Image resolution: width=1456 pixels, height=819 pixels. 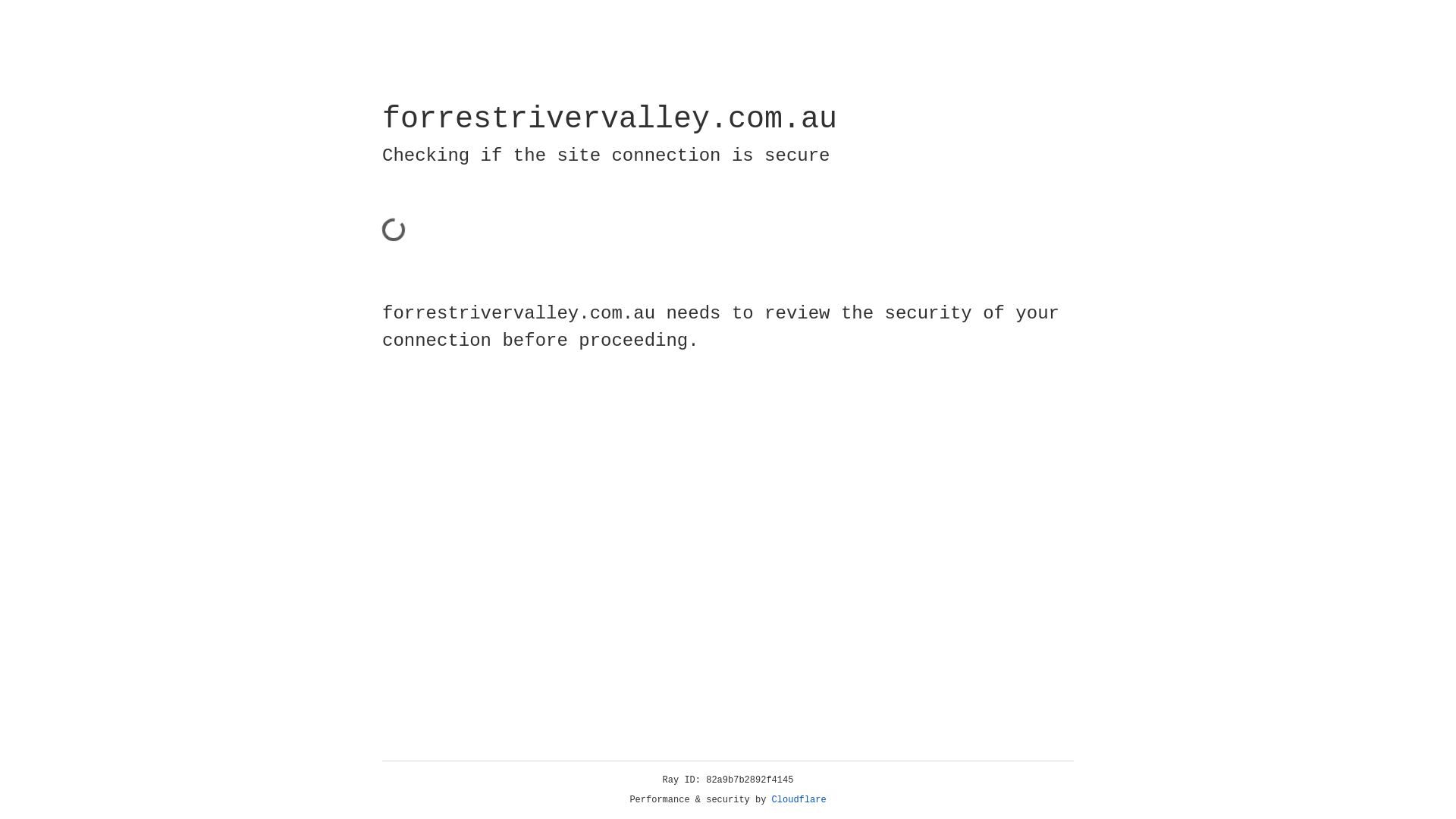 What do you see at coordinates (771, 799) in the screenshot?
I see `'Cloudflare'` at bounding box center [771, 799].